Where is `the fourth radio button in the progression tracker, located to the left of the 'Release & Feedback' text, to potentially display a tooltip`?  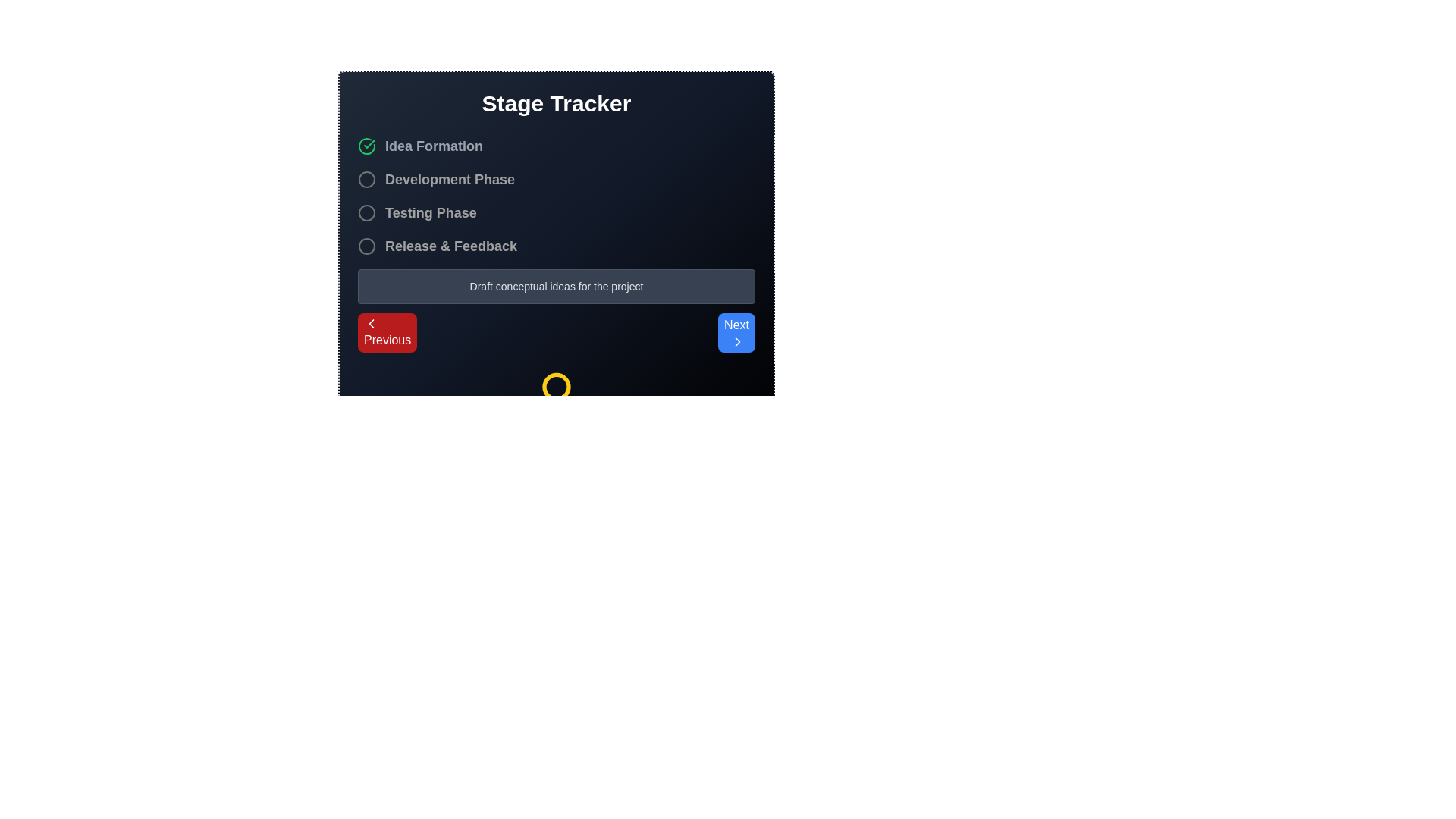
the fourth radio button in the progression tracker, located to the left of the 'Release & Feedback' text, to potentially display a tooltip is located at coordinates (367, 245).